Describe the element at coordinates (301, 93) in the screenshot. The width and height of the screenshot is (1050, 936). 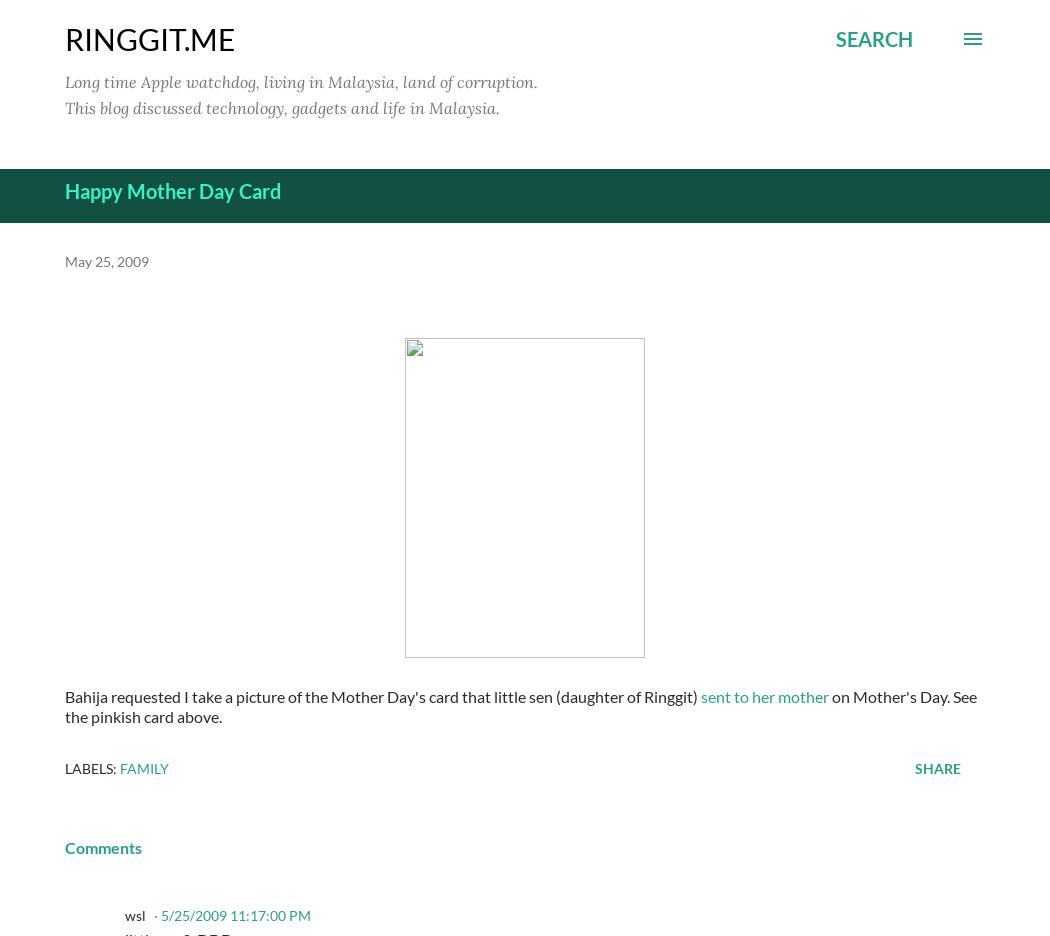
I see `'Long time Apple watchdog, living in Malaysia, land of corruption. This blog discussed technology, gadgets and life in Malaysia.'` at that location.